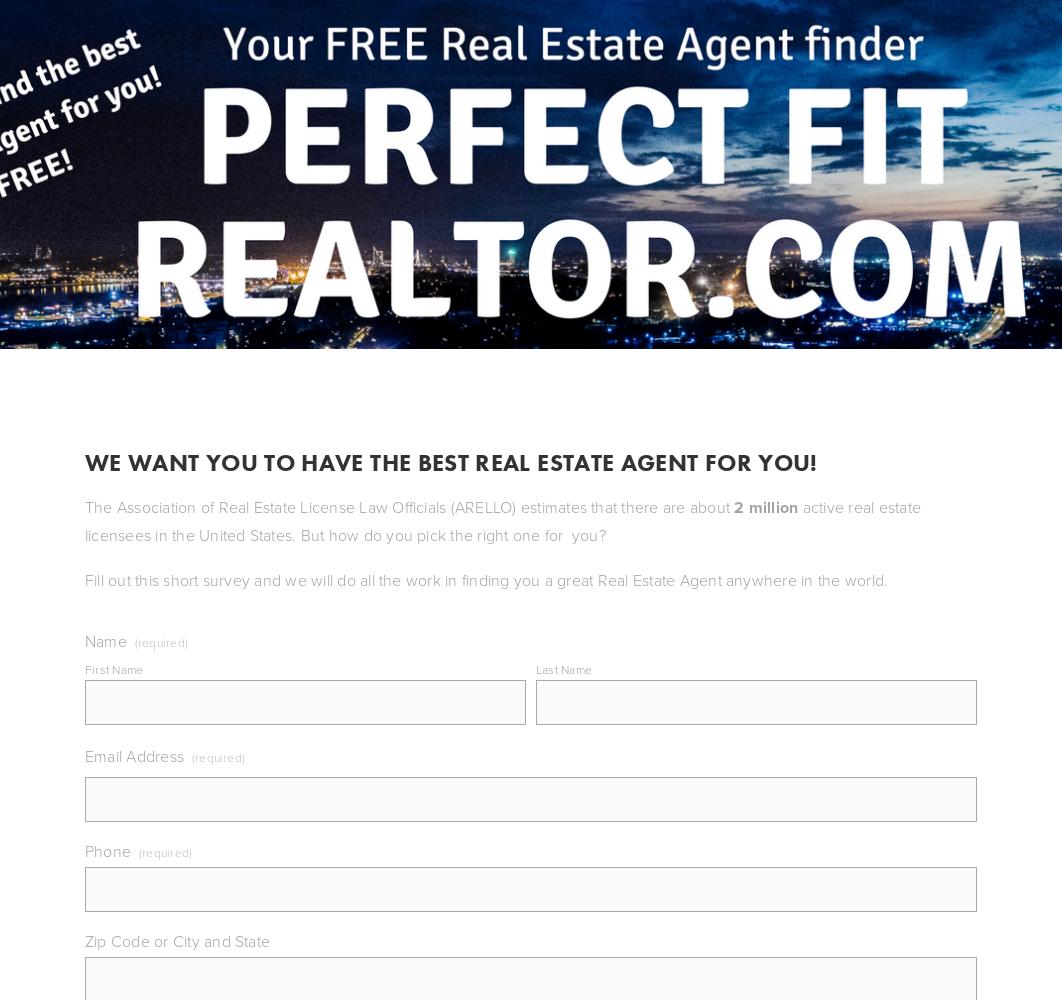 This screenshot has height=1000, width=1062. What do you see at coordinates (486, 579) in the screenshot?
I see `'Fill out this short survey and we will do all the work in finding you a great Real Estate Agent anywhere in the world.'` at bounding box center [486, 579].